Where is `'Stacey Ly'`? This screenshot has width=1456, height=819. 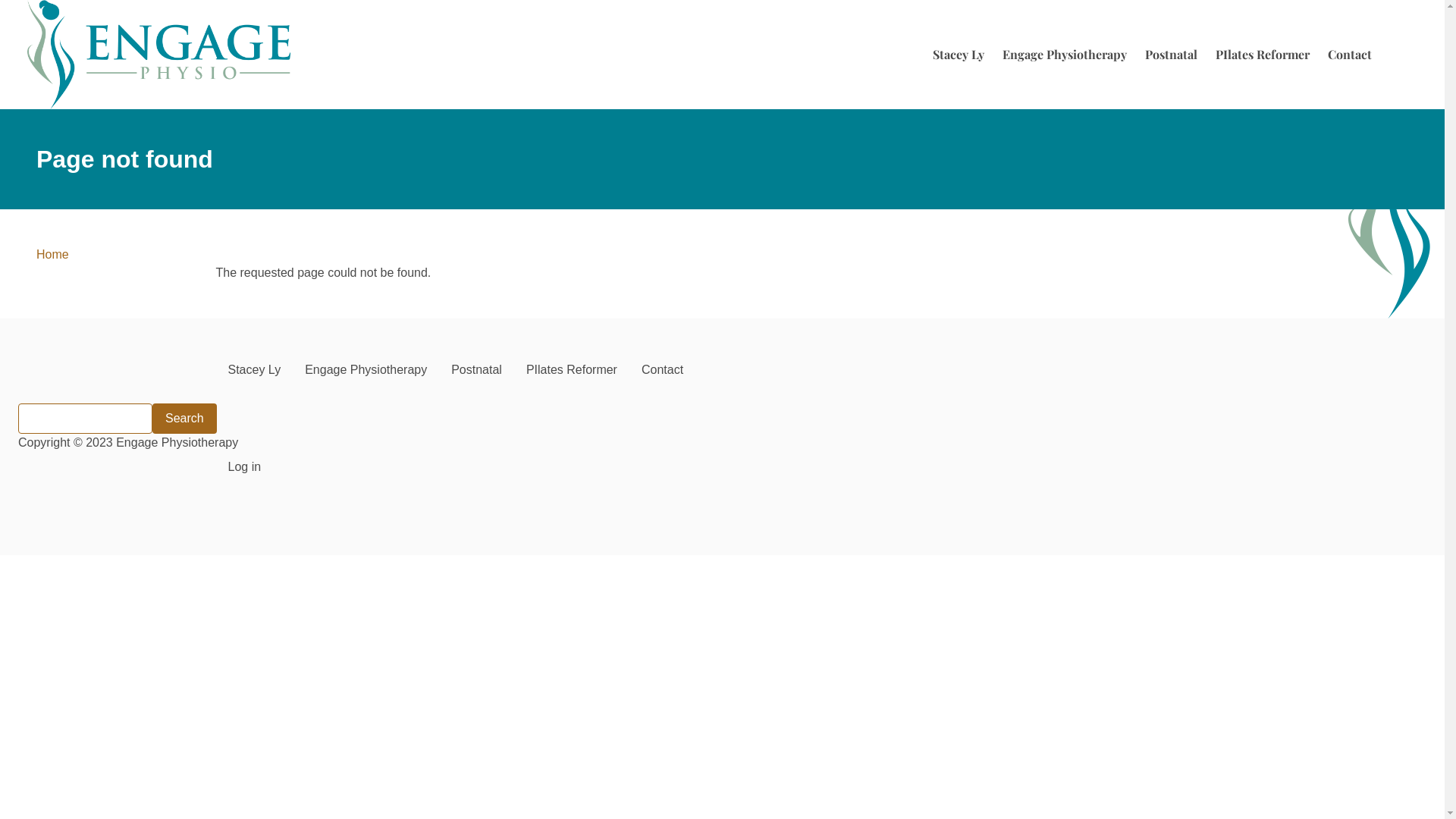 'Stacey Ly' is located at coordinates (957, 54).